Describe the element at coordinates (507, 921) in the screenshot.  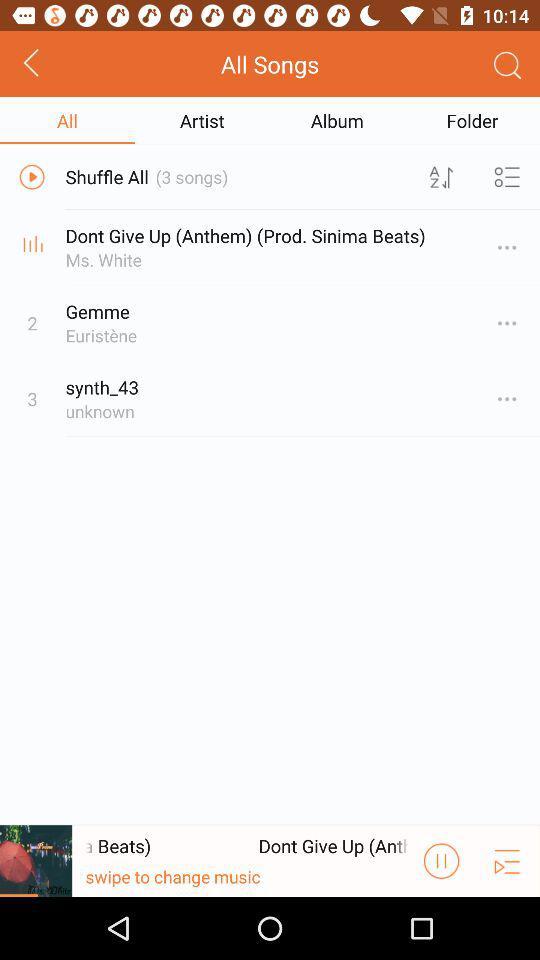
I see `the list icon` at that location.